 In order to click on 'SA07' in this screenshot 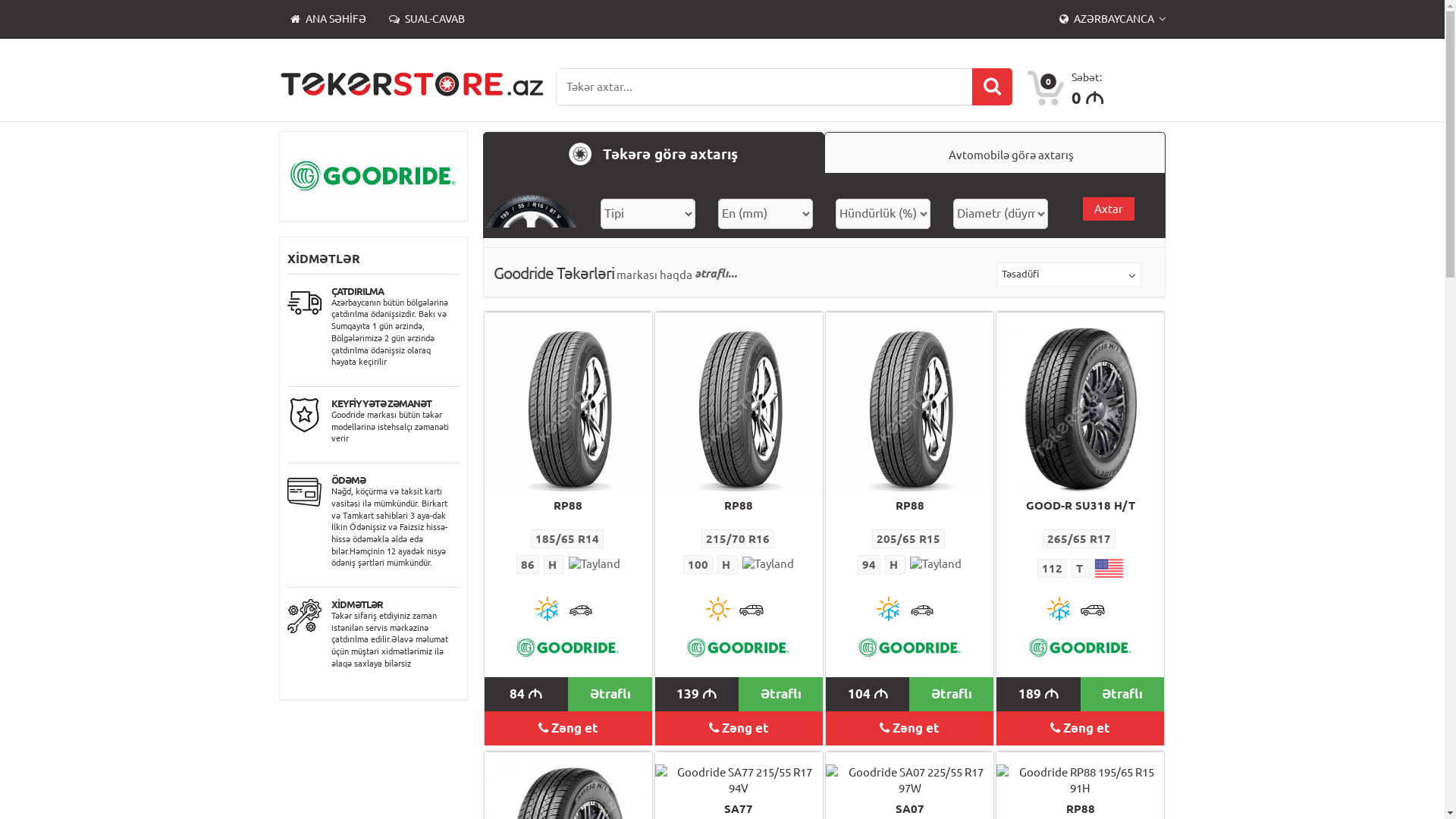, I will do `click(910, 808)`.